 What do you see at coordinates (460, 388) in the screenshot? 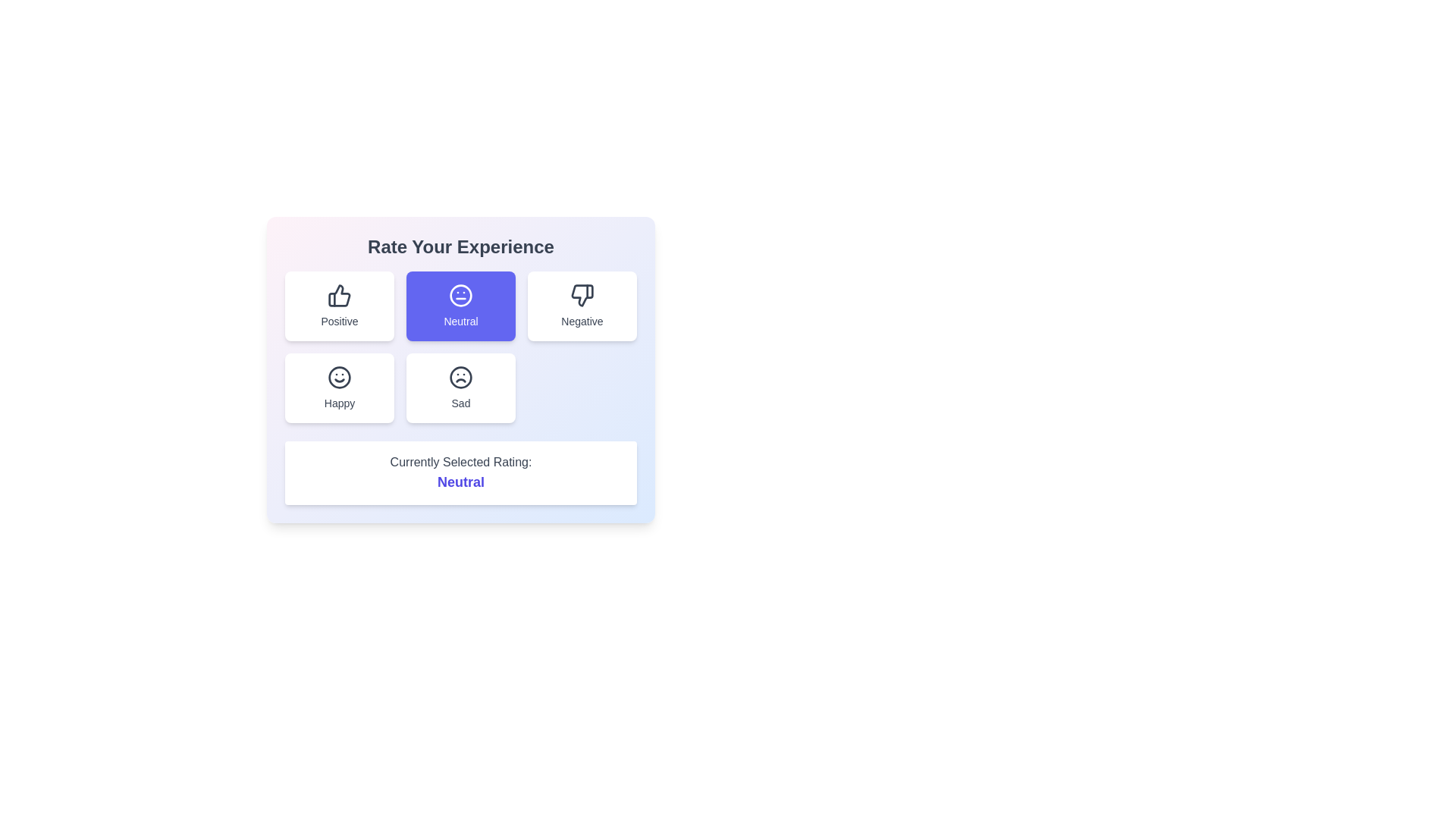
I see `the button labeled Sad to see its hover effect` at bounding box center [460, 388].